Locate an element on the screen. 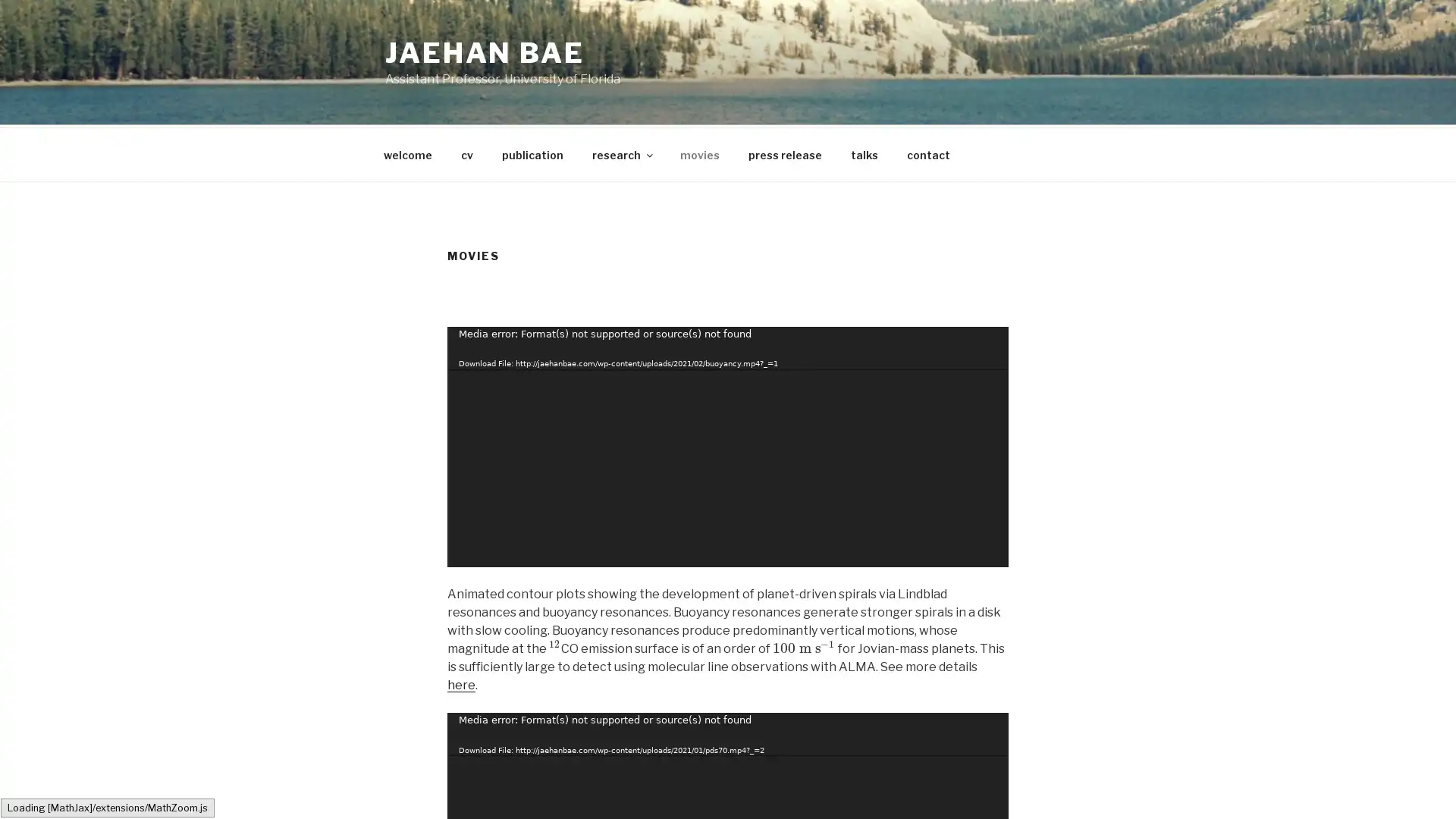  Play is located at coordinates (466, 550).